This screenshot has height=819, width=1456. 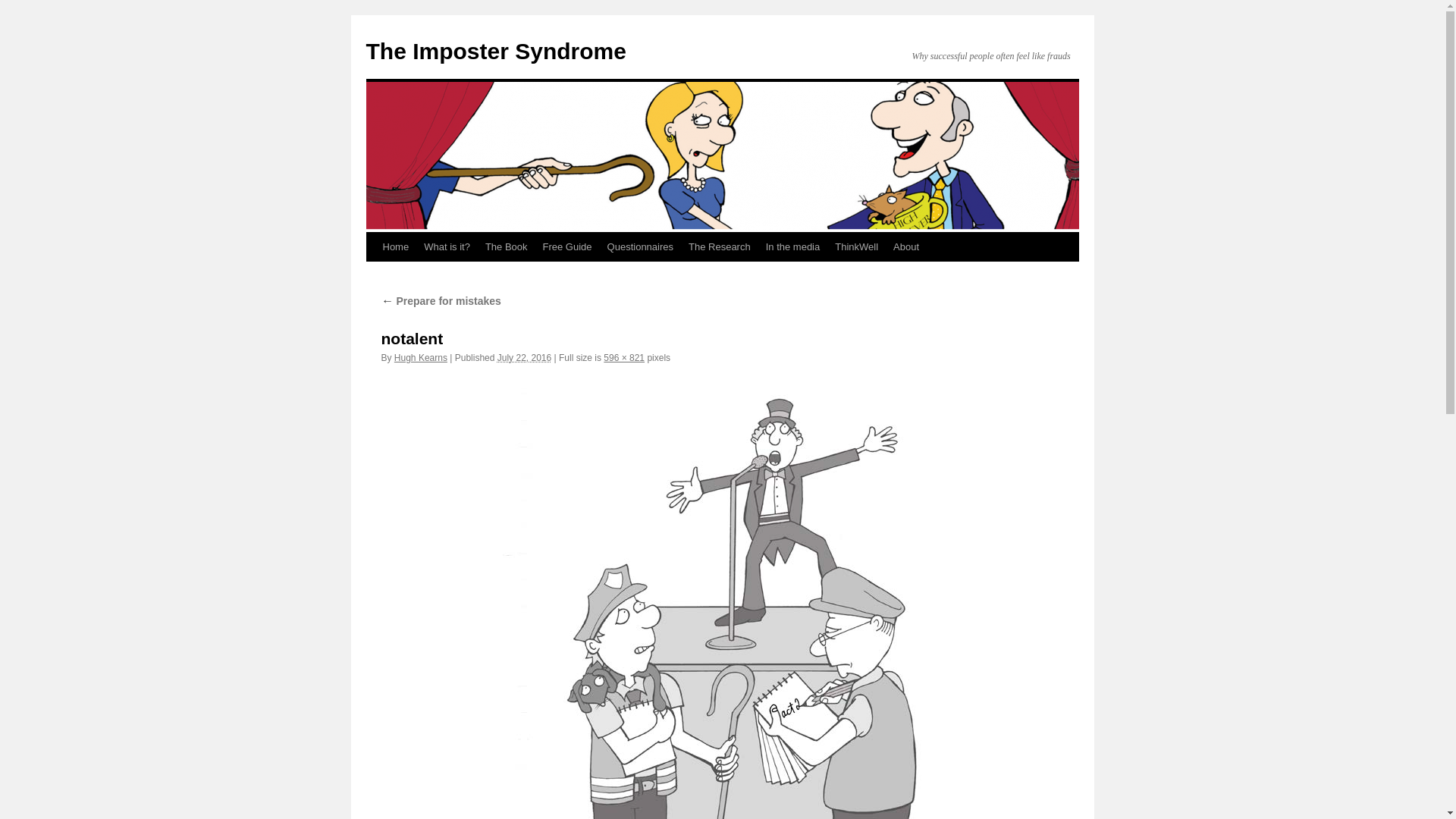 I want to click on 'Free Guide', so click(x=566, y=246).